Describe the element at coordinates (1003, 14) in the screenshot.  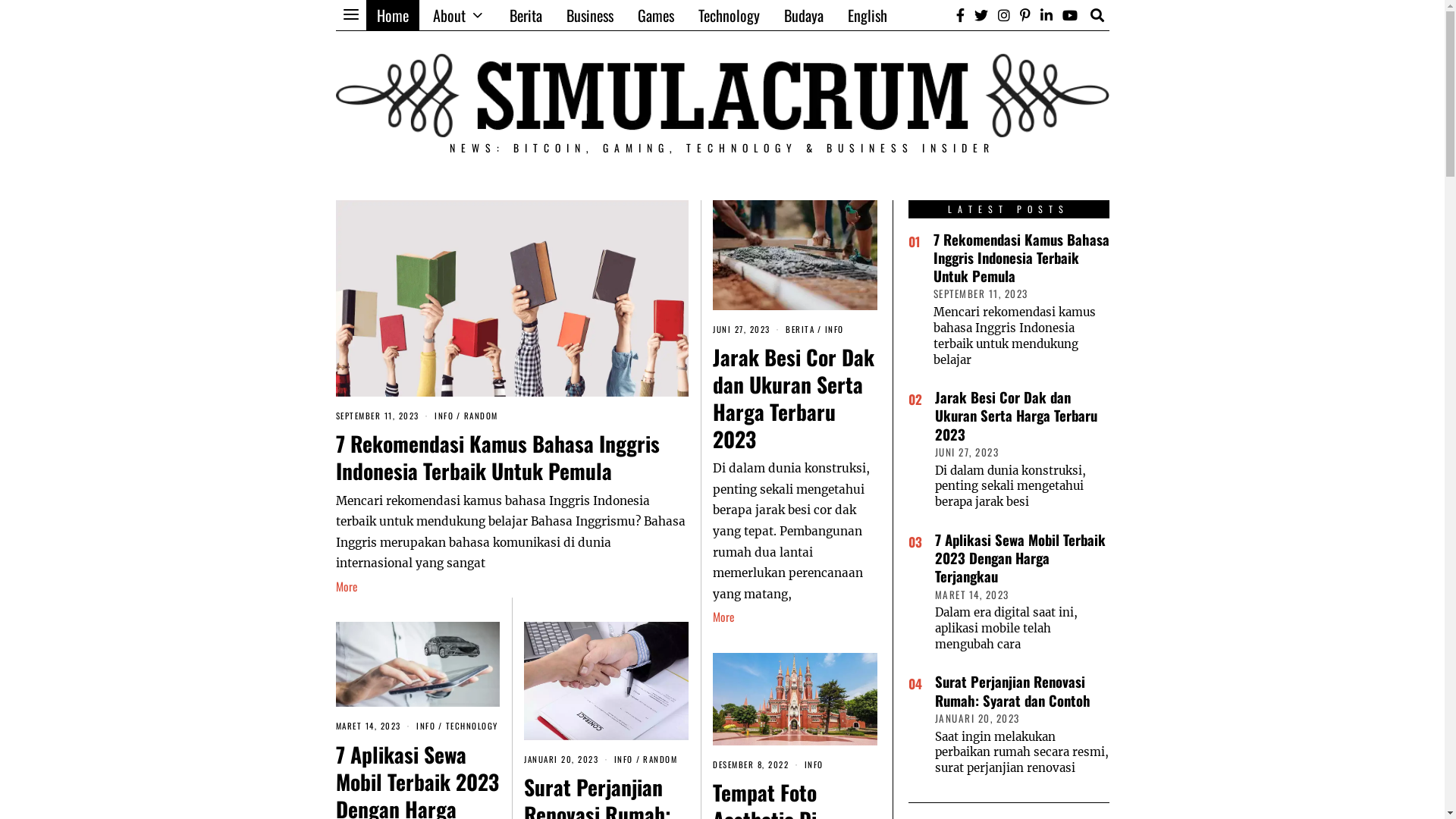
I see `'Instagram'` at that location.